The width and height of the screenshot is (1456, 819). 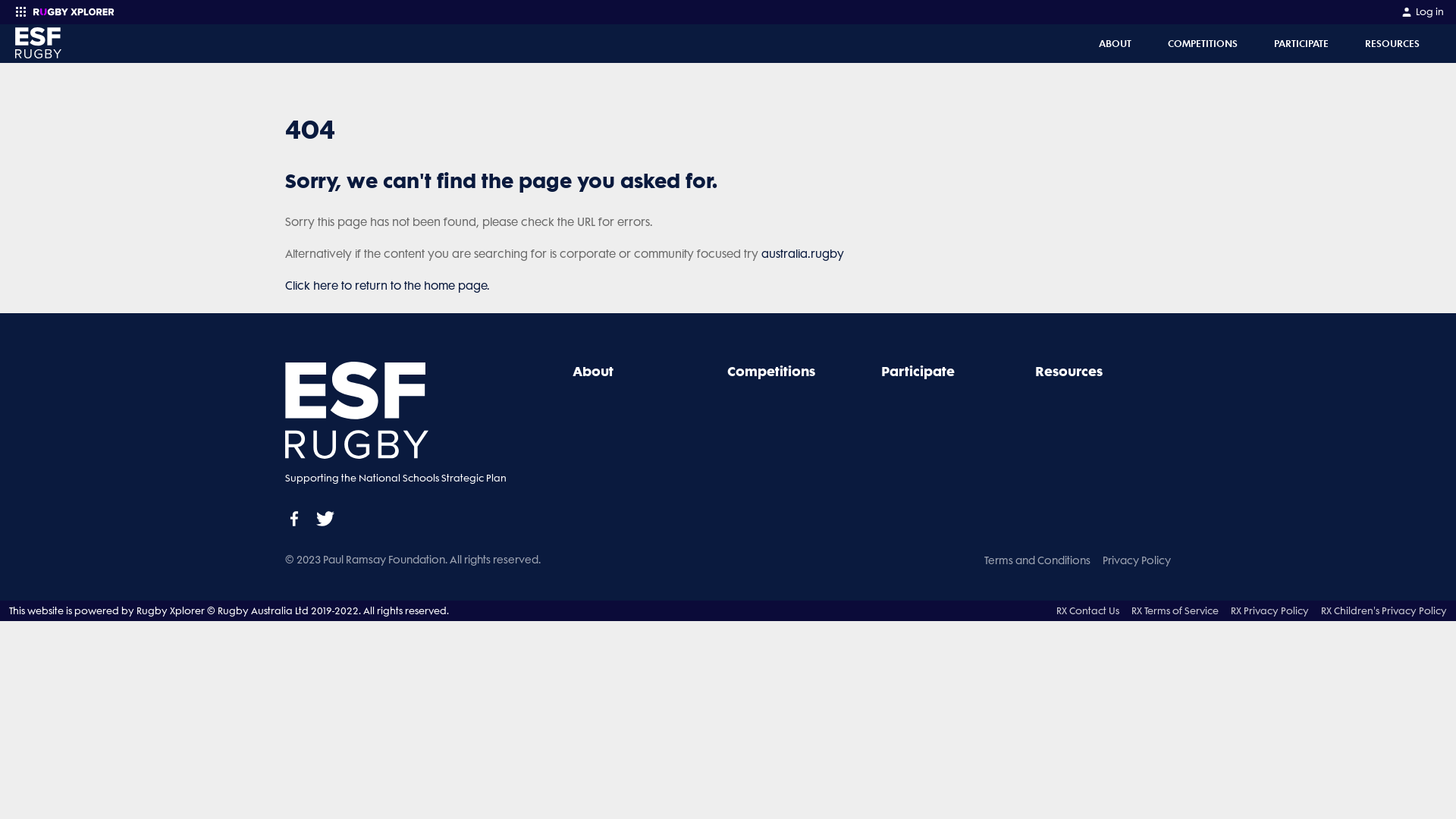 What do you see at coordinates (1068, 371) in the screenshot?
I see `'Resources'` at bounding box center [1068, 371].